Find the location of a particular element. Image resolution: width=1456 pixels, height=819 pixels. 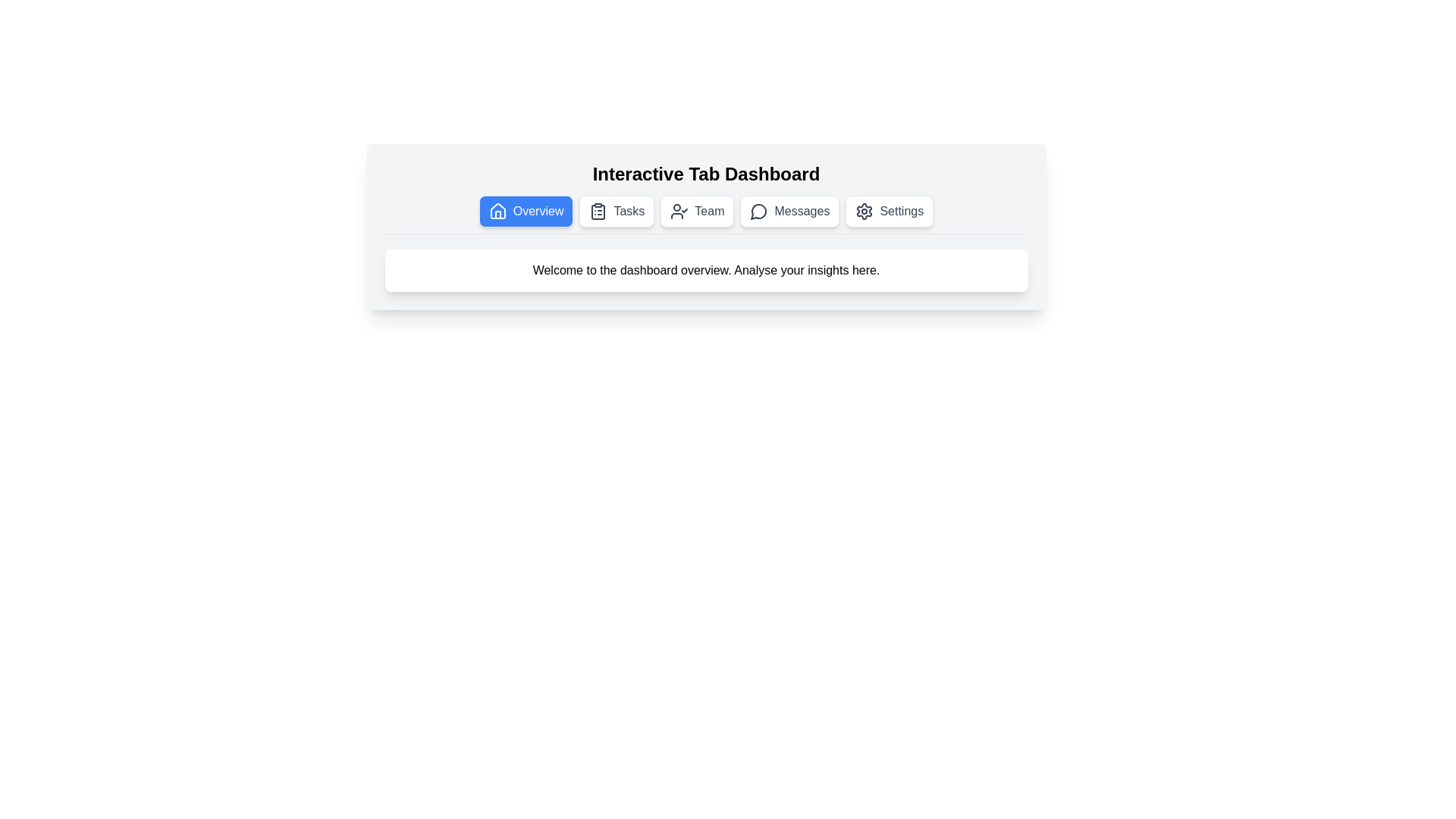

the 'Settings' button, which is the last item in the horizontal list of tabs at the top center of the interface, to trigger the hover styling is located at coordinates (890, 211).